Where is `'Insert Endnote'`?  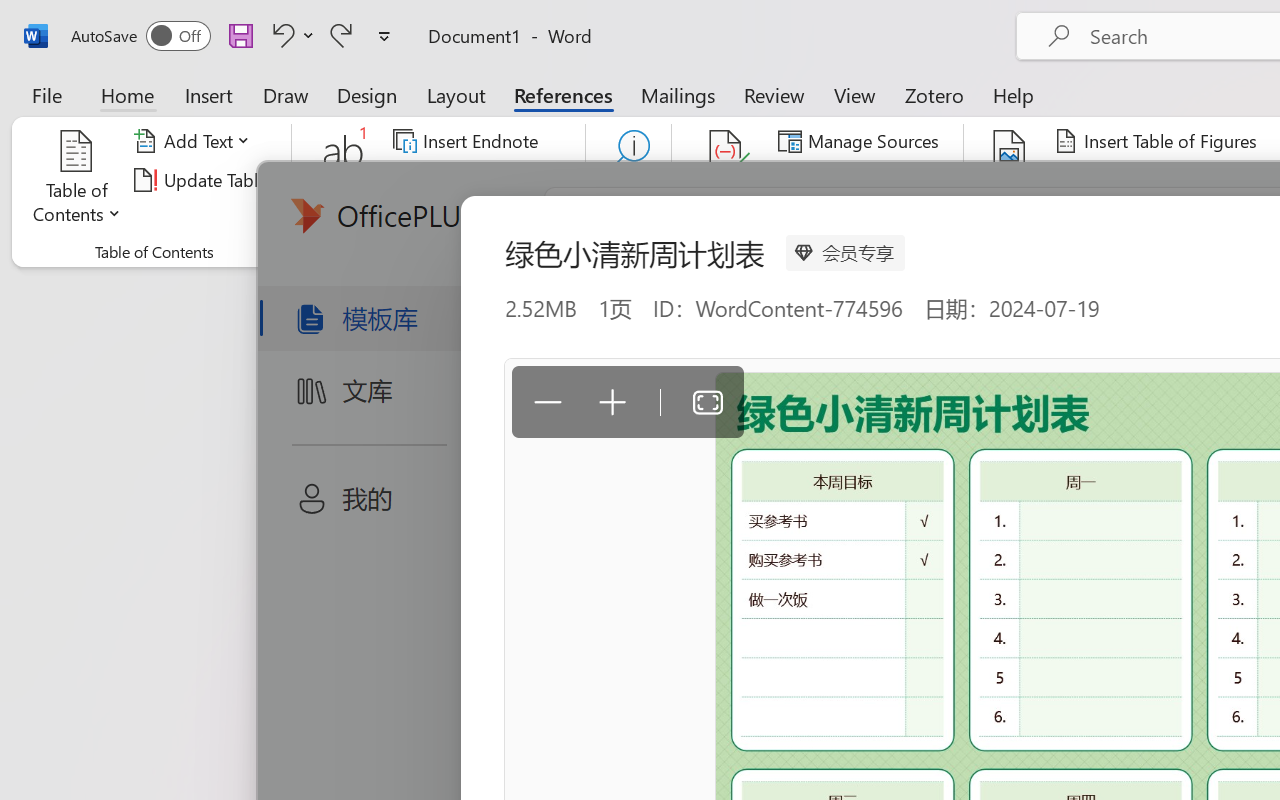
'Insert Endnote' is located at coordinates (467, 141).